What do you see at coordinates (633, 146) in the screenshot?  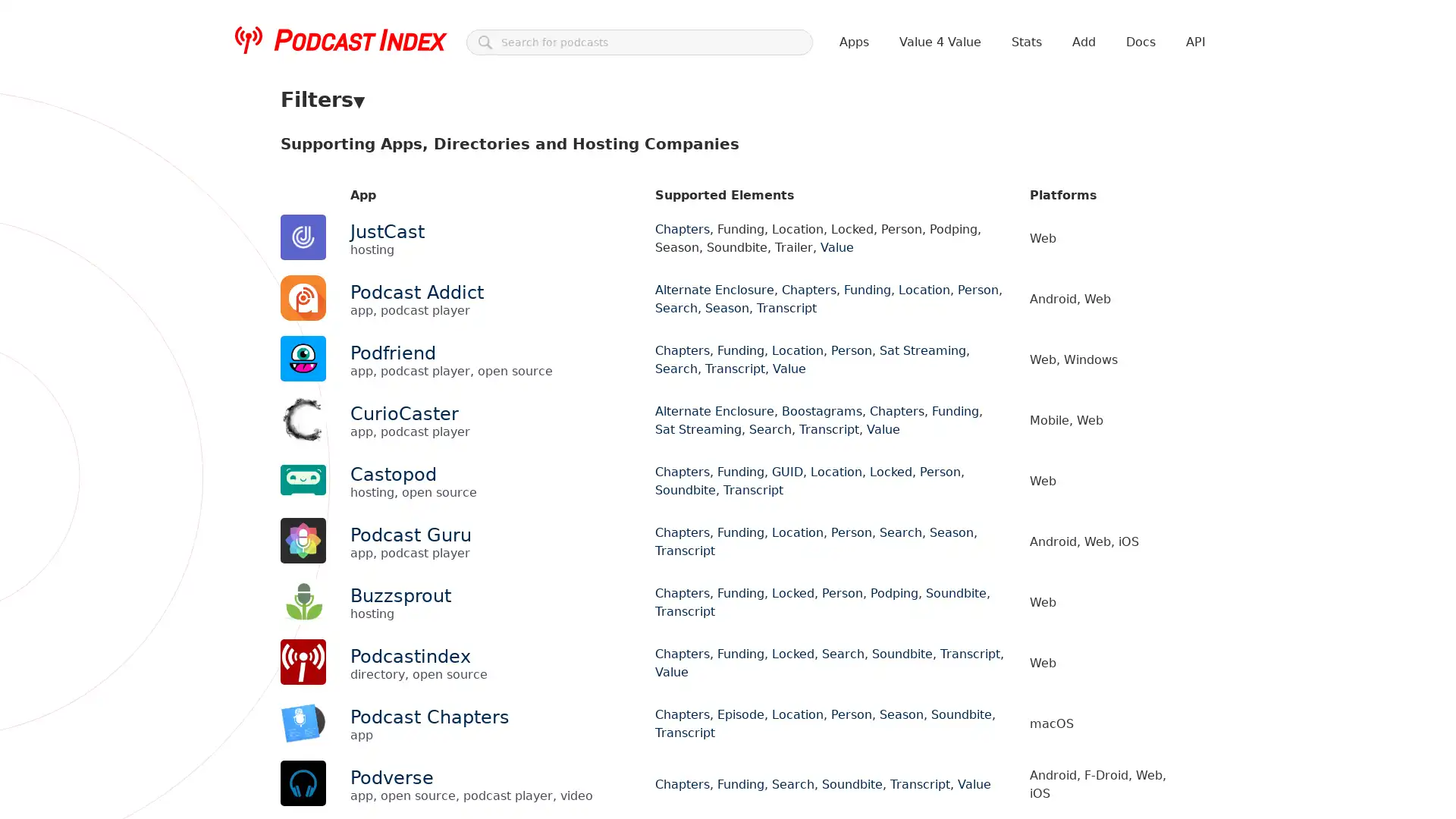 I see `Hosting` at bounding box center [633, 146].